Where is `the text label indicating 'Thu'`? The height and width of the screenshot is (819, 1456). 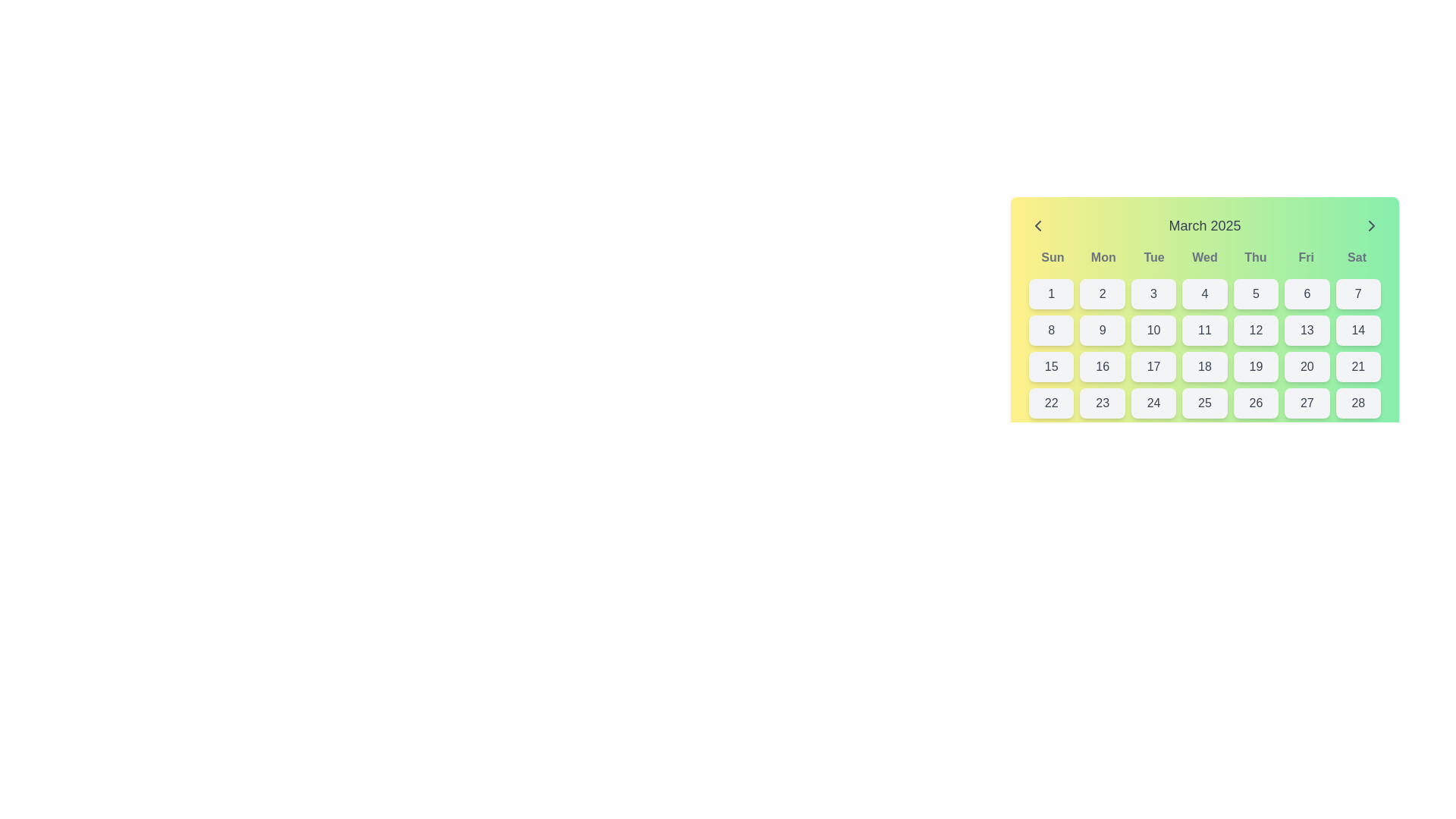 the text label indicating 'Thu' is located at coordinates (1255, 256).